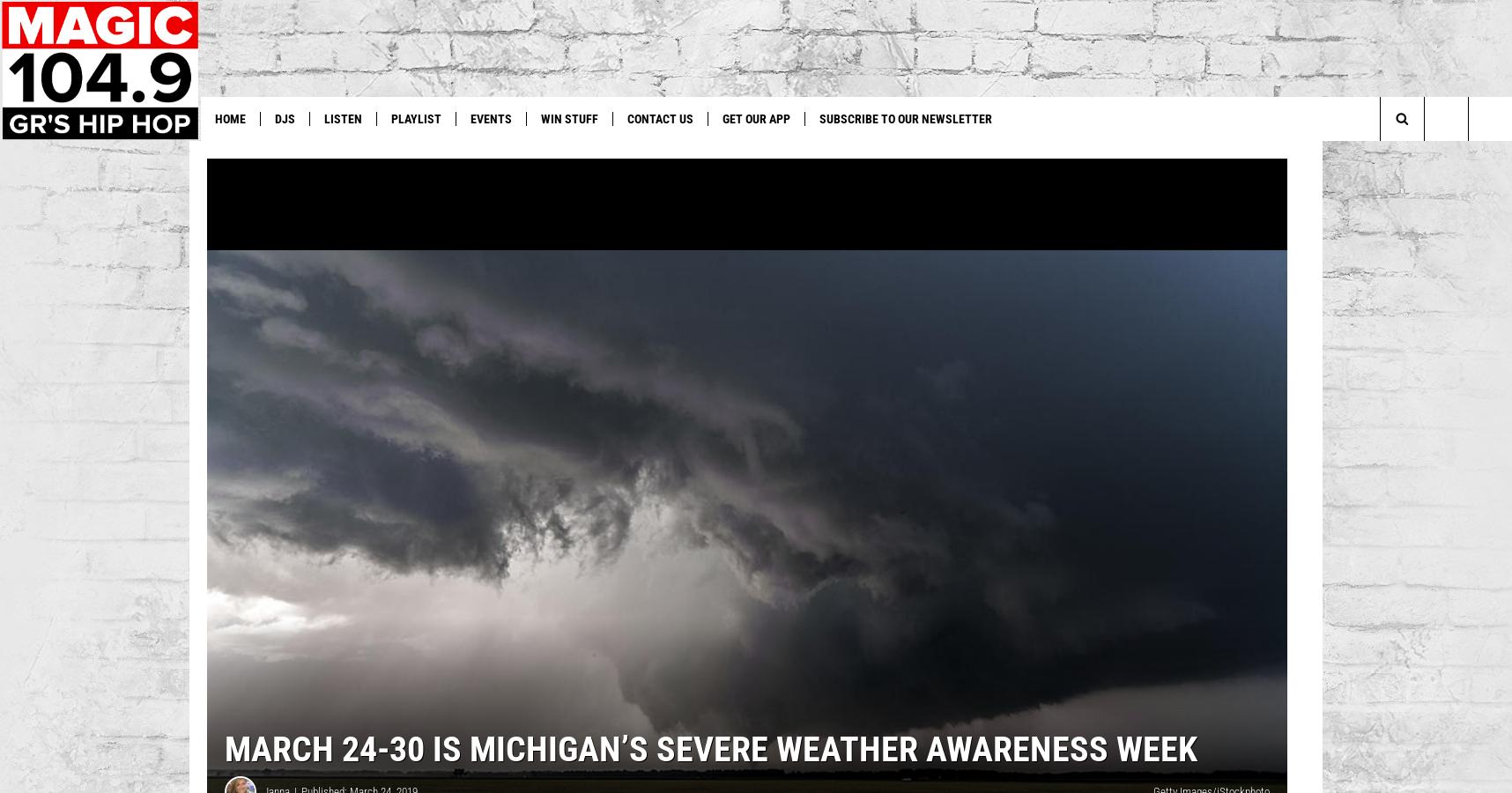 This screenshot has width=1512, height=793. What do you see at coordinates (324, 119) in the screenshot?
I see `'Listen'` at bounding box center [324, 119].